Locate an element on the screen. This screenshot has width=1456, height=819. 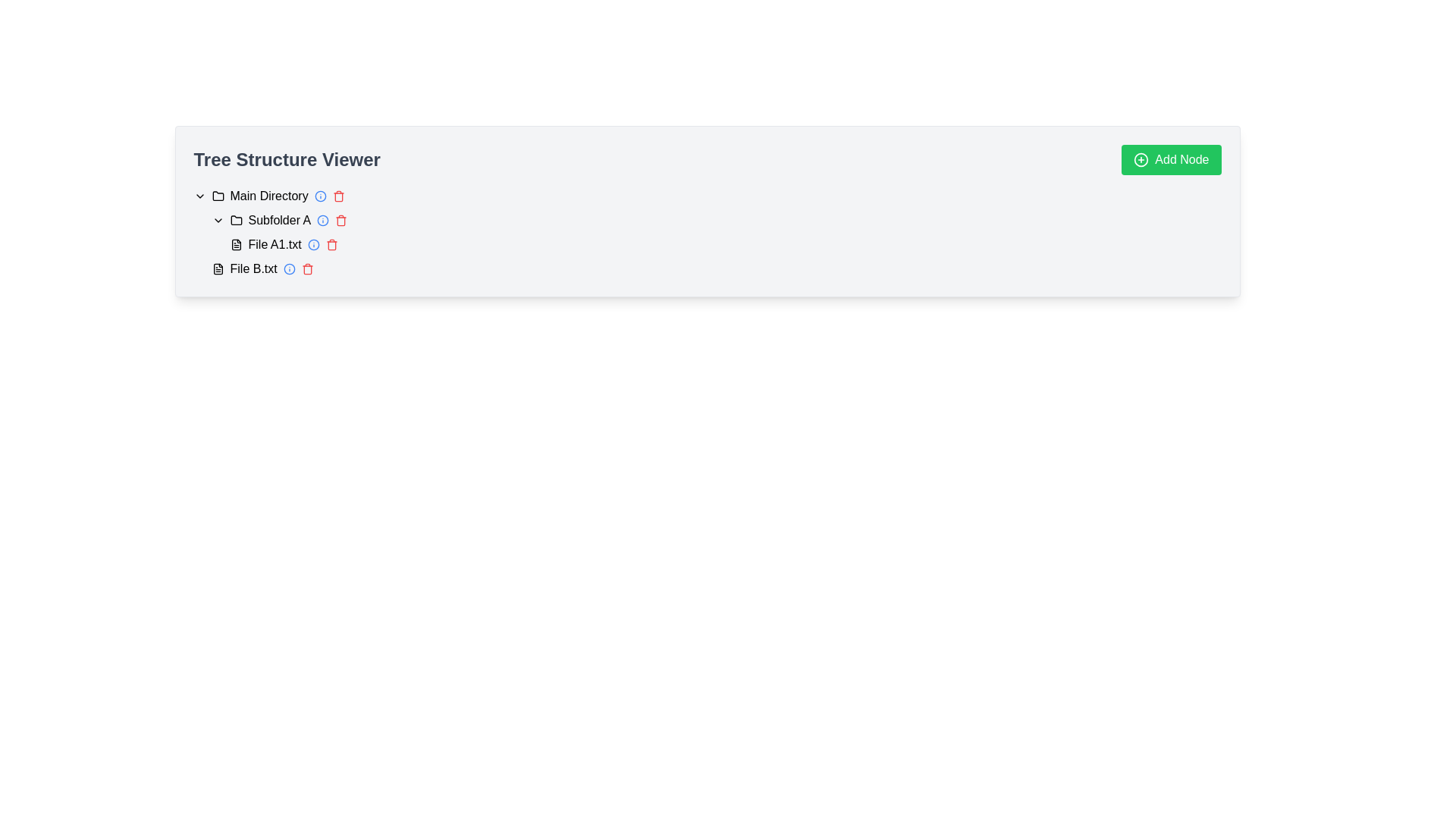
the red trash can icon with a rectangular body and rounded edges, located to the far right of the 'Main Directory' text, to possibly reveal additional context is located at coordinates (337, 195).